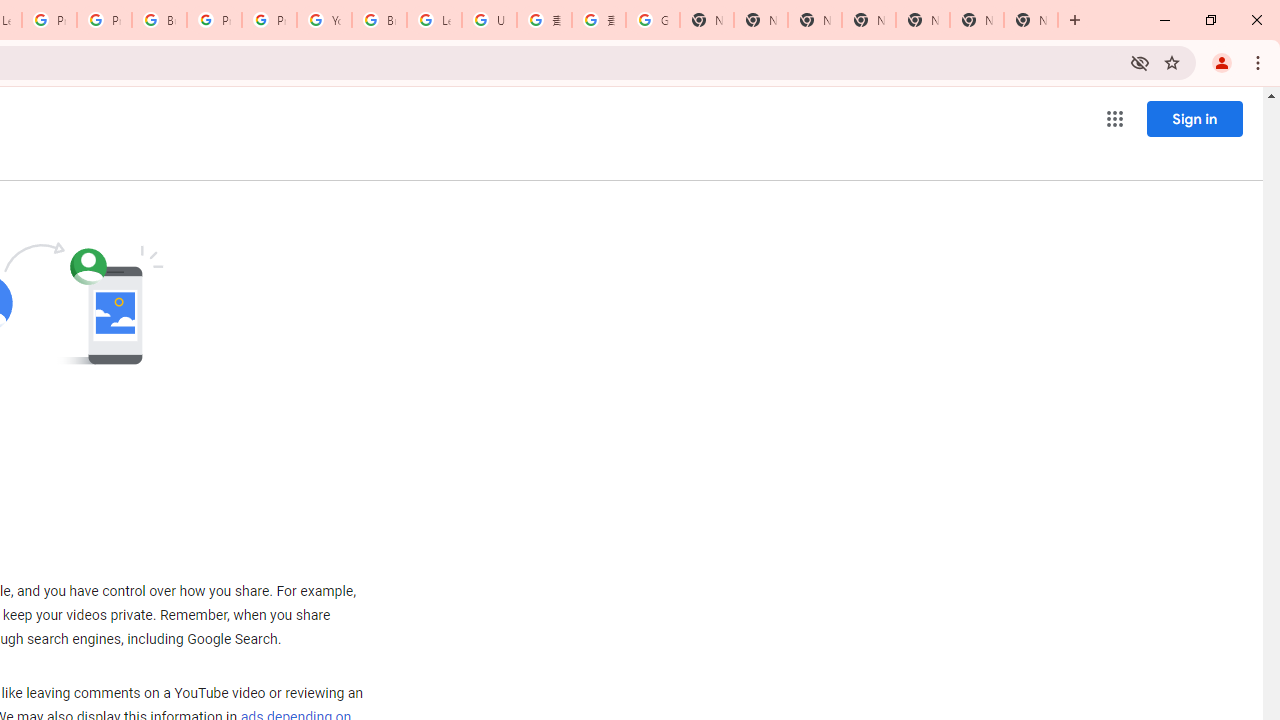 The image size is (1280, 720). Describe the element at coordinates (49, 20) in the screenshot. I see `'Privacy Help Center - Policies Help'` at that location.